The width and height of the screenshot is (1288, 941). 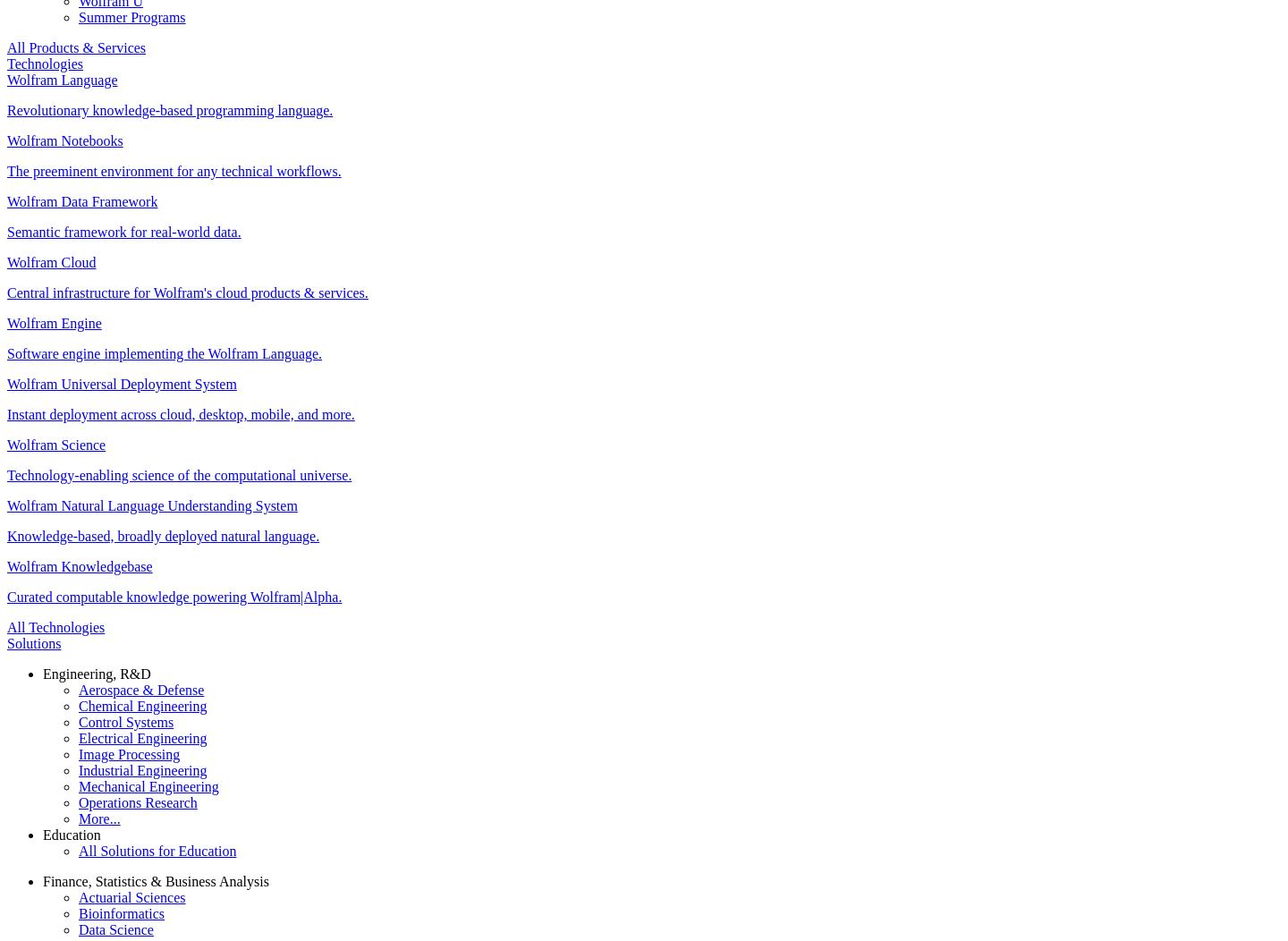 What do you see at coordinates (120, 911) in the screenshot?
I see `'Bioinformatics'` at bounding box center [120, 911].